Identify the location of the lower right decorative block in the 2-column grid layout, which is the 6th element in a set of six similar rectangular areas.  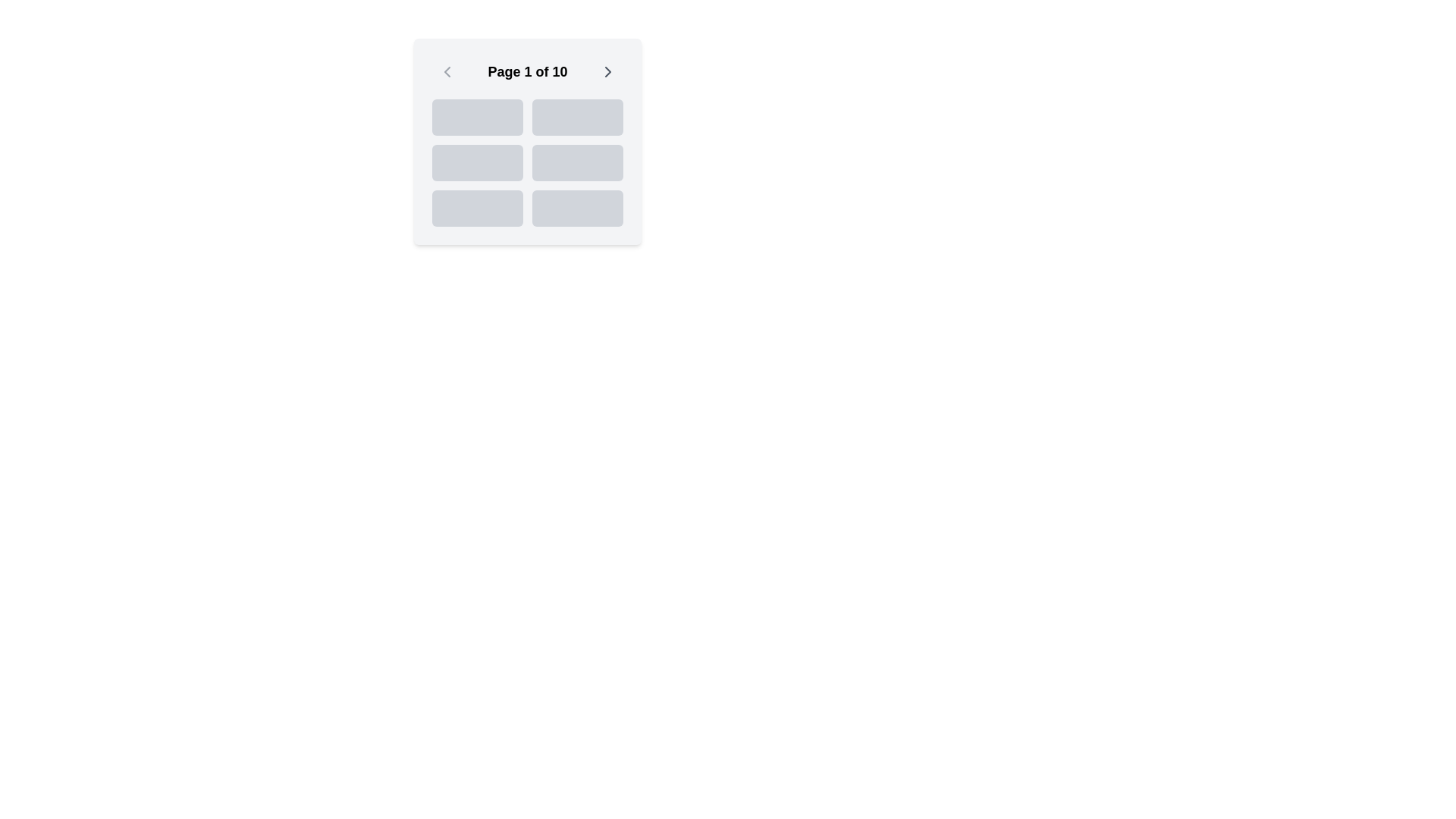
(577, 208).